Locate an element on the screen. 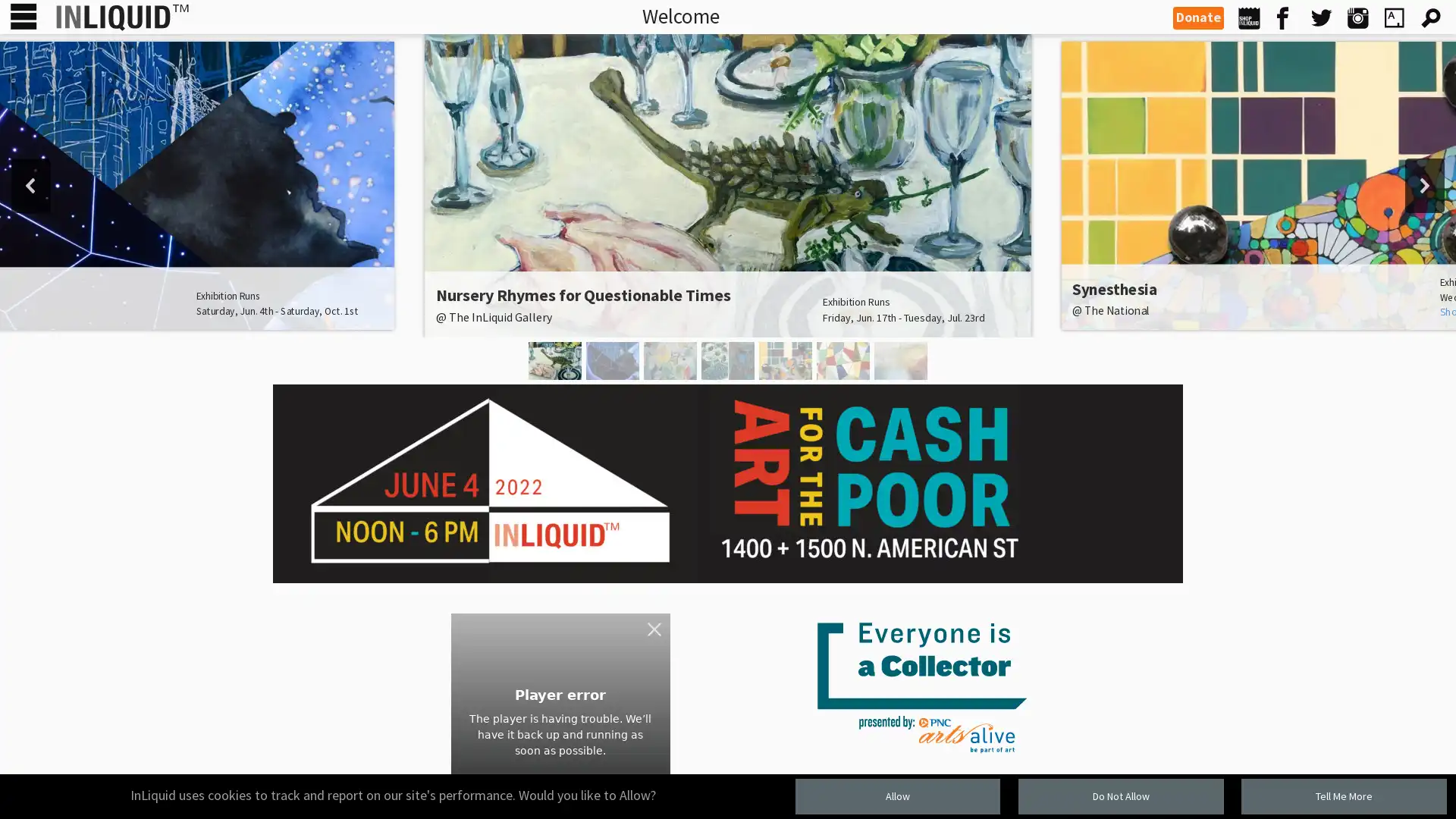  You Are Here is located at coordinates (612, 360).